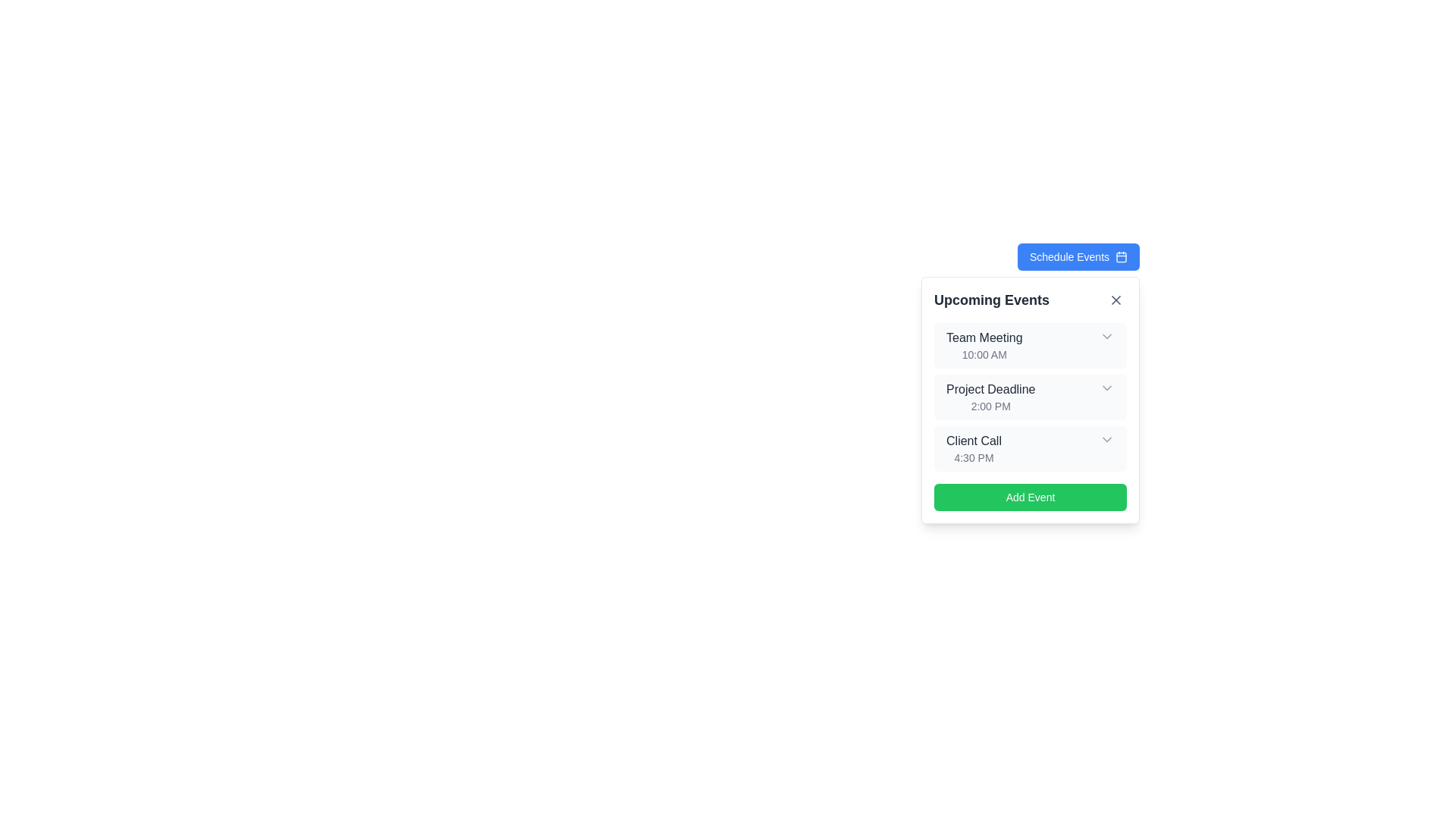 The height and width of the screenshot is (819, 1456). I want to click on the 'Close' button with an embedded X icon located in the top-right corner of the 'Upcoming Events' panel for accessibility interactions, so click(1116, 300).